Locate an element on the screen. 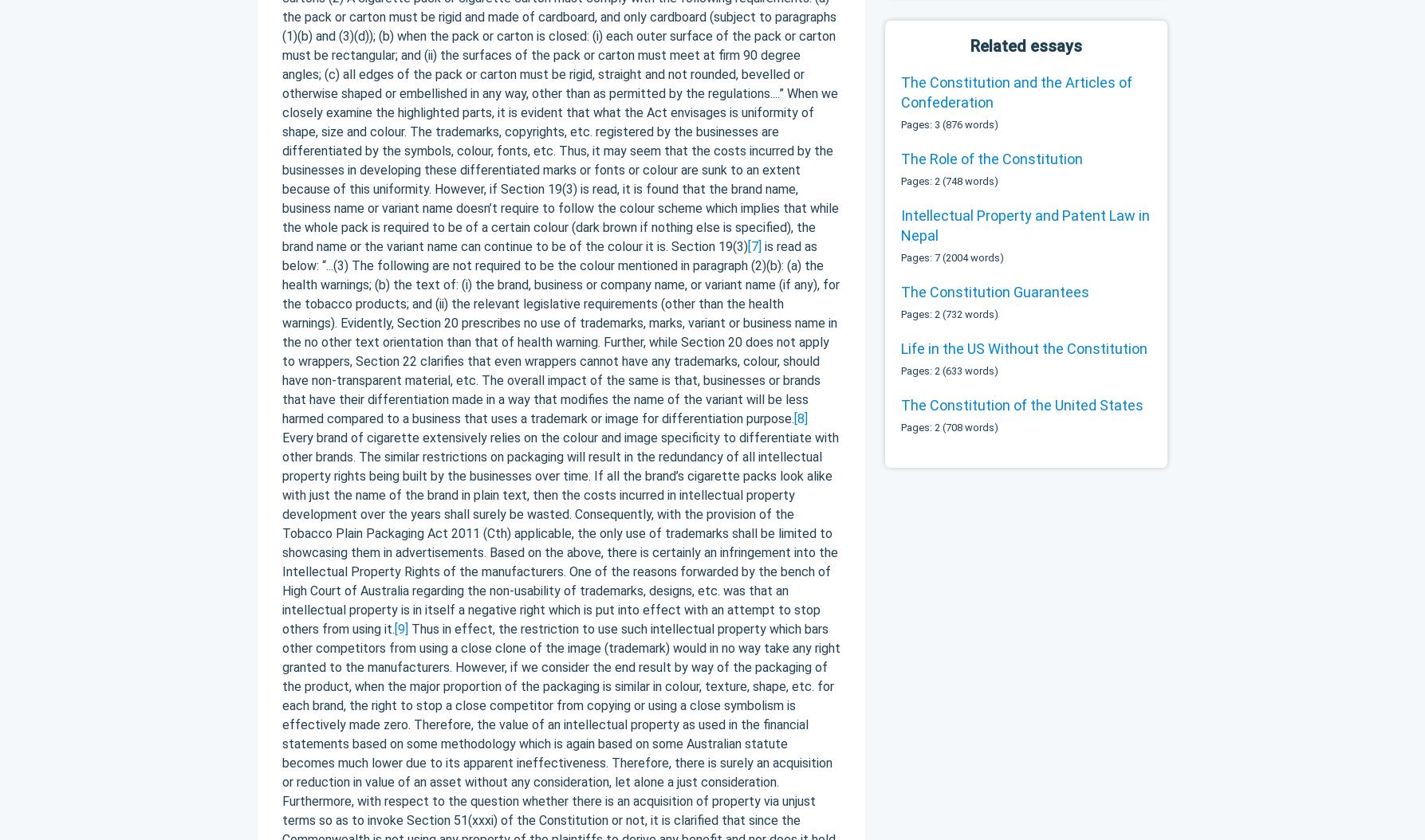  'Intellectual Property and Patent Law in Nepal' is located at coordinates (1024, 224).